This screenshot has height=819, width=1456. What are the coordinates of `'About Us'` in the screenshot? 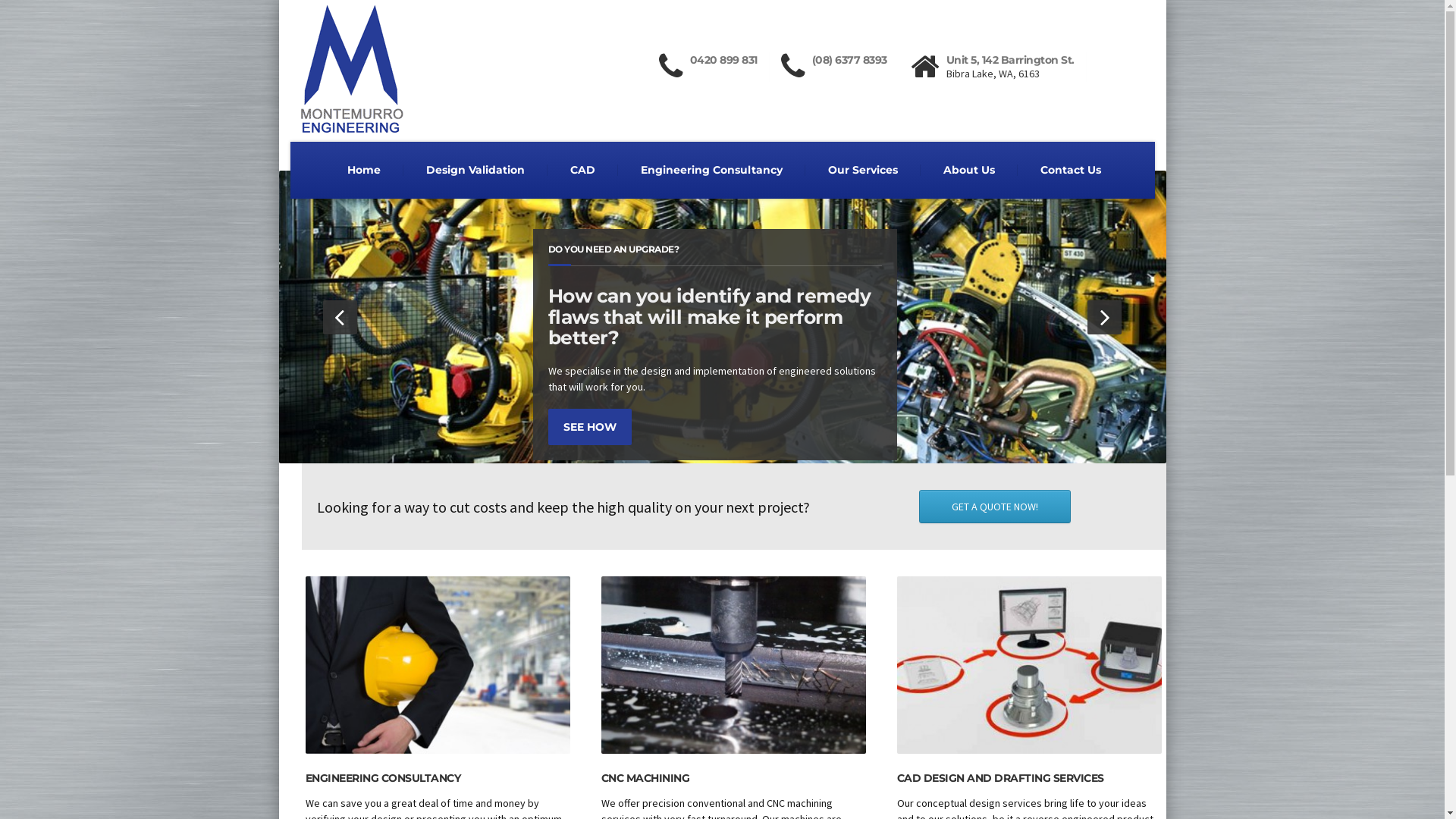 It's located at (968, 170).